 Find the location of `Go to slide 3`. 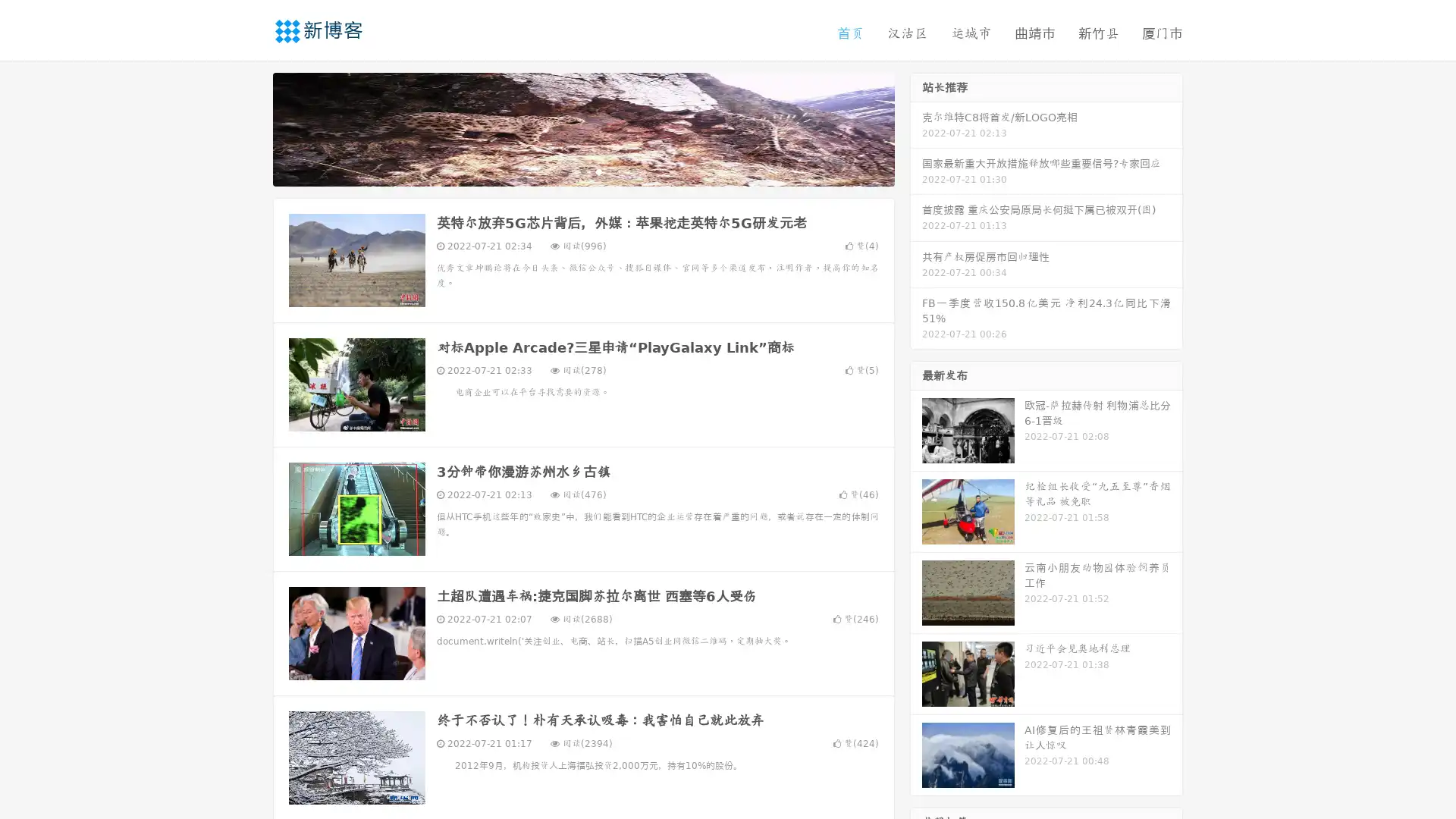

Go to slide 3 is located at coordinates (598, 171).